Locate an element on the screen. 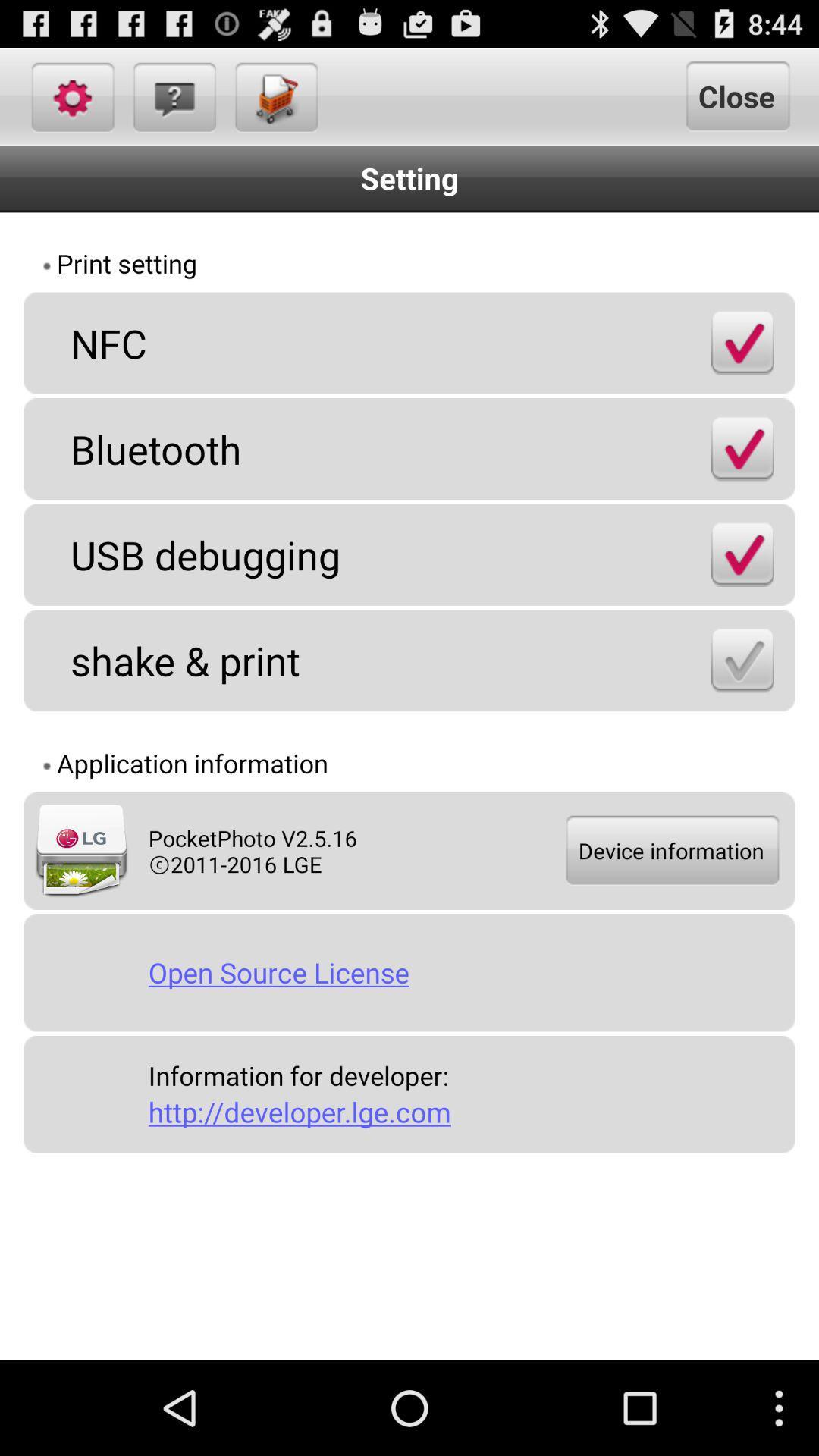 This screenshot has height=1456, width=819. icon above the setting app is located at coordinates (172, 96).